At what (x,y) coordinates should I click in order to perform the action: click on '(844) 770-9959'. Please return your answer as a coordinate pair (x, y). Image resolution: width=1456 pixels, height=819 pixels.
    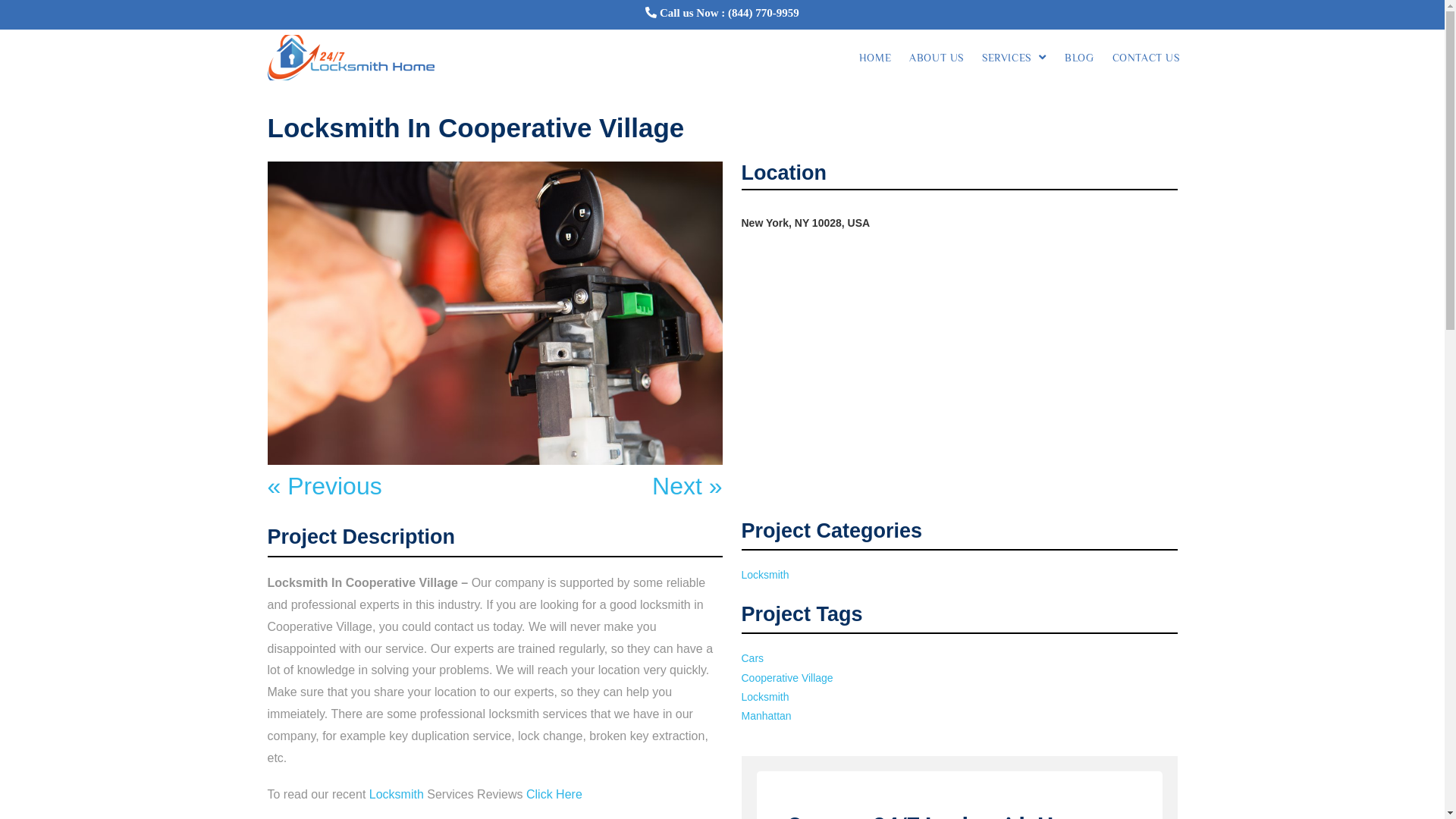
    Looking at the image, I should click on (728, 12).